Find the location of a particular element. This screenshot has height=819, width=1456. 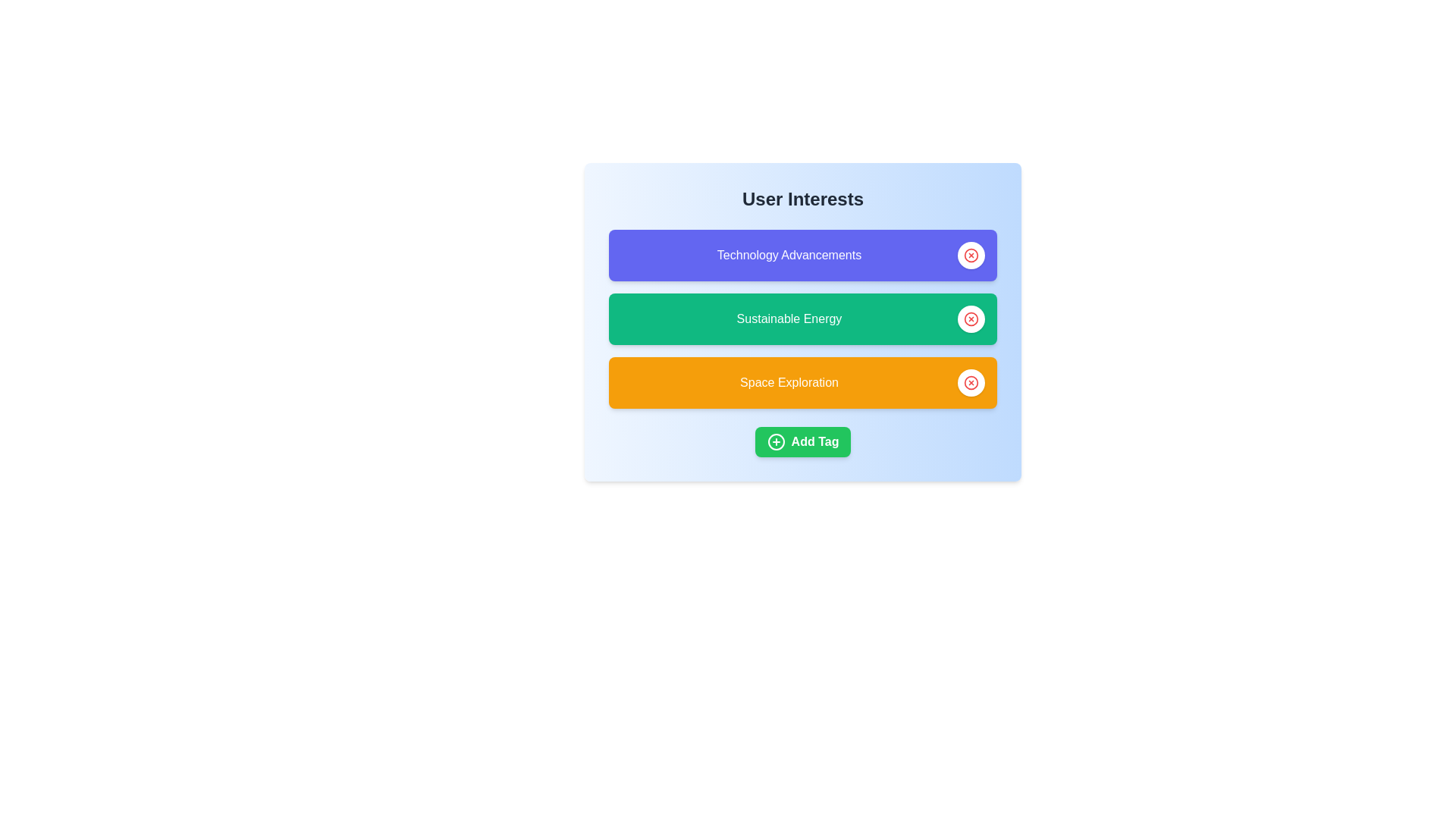

the remove button for the interest tag Sustainable Energy is located at coordinates (971, 318).